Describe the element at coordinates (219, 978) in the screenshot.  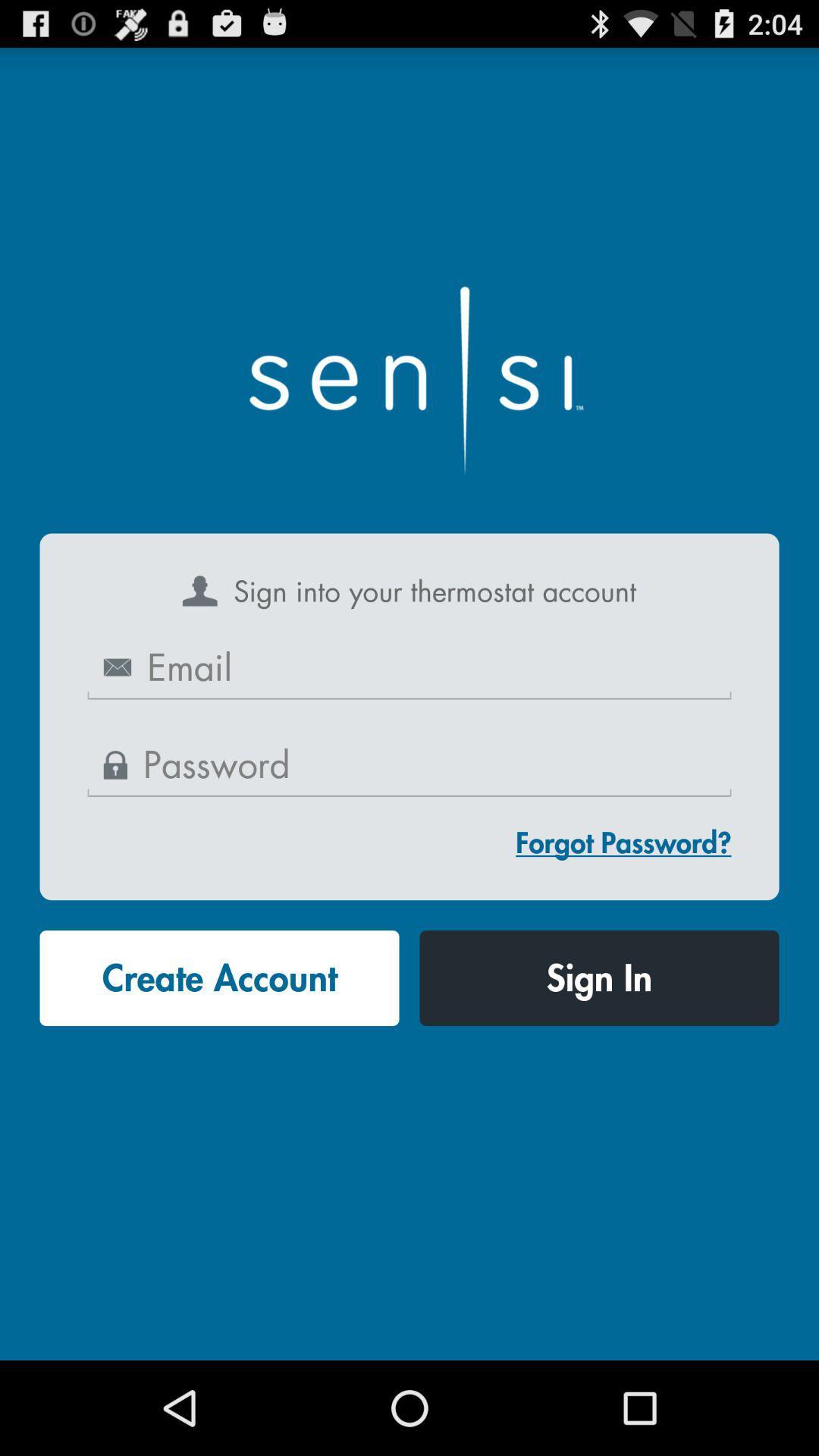
I see `button next to sign in icon` at that location.